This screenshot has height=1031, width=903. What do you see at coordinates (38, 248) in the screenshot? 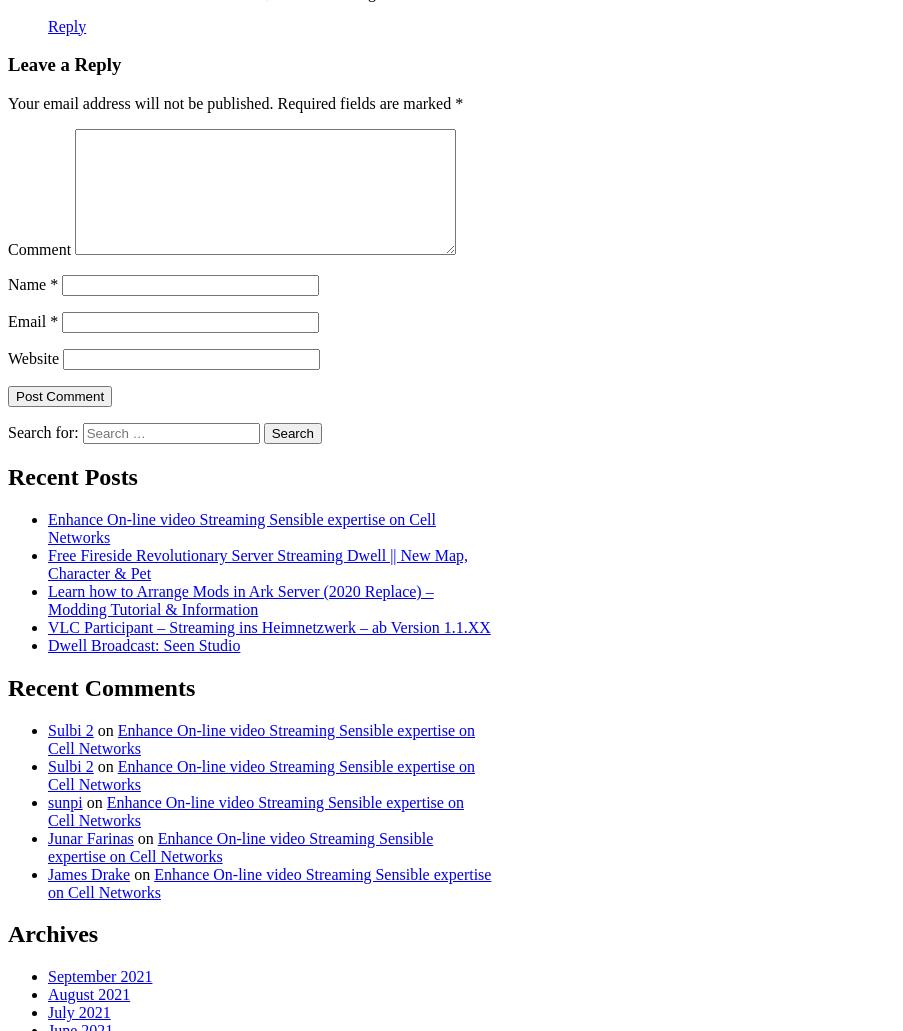
I see `'Comment'` at bounding box center [38, 248].